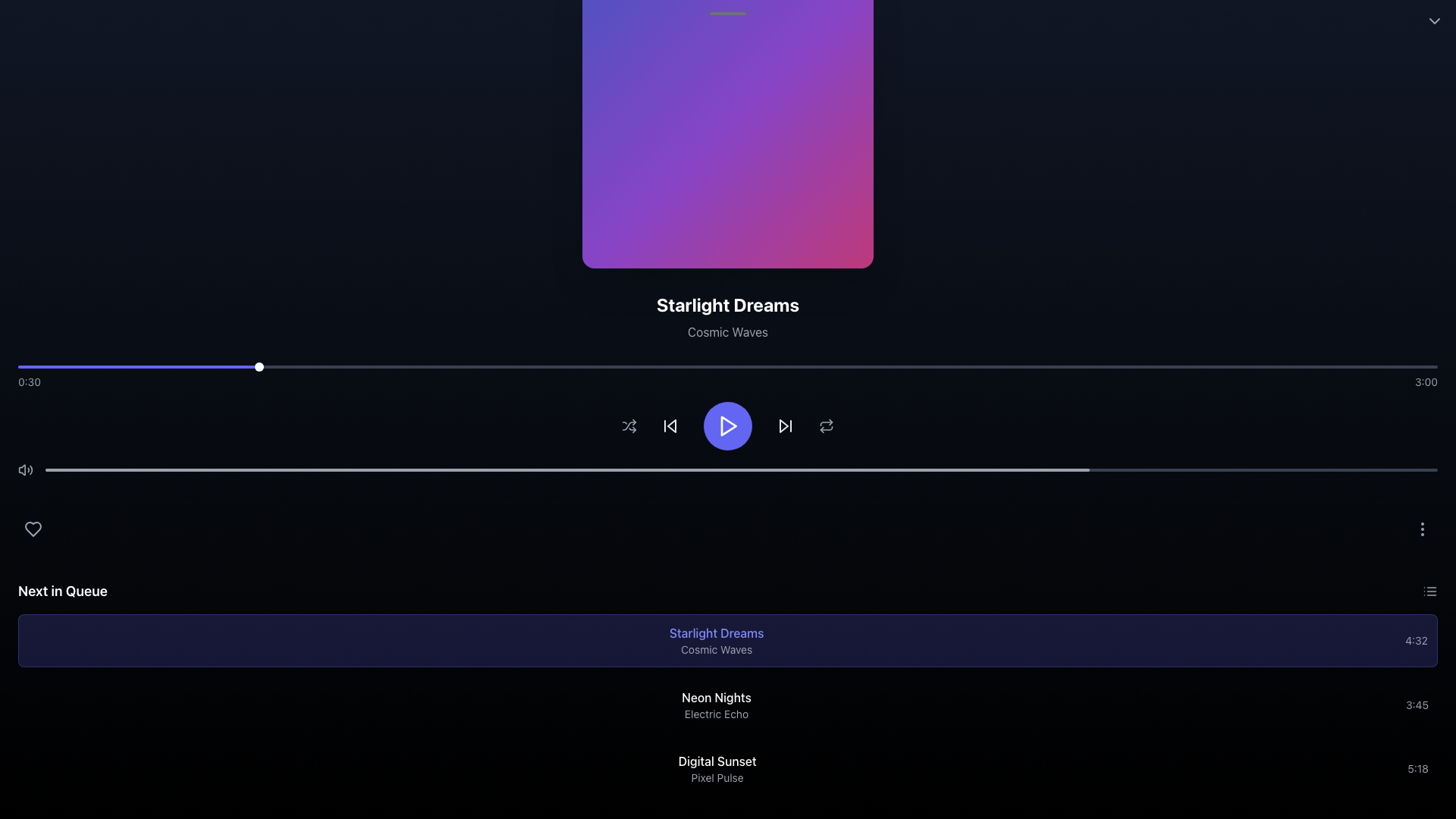 This screenshot has width=1456, height=819. Describe the element at coordinates (742, 469) in the screenshot. I see `the progress bar background located at the bottom of the top section of the interface to interact with its associated functionality` at that location.